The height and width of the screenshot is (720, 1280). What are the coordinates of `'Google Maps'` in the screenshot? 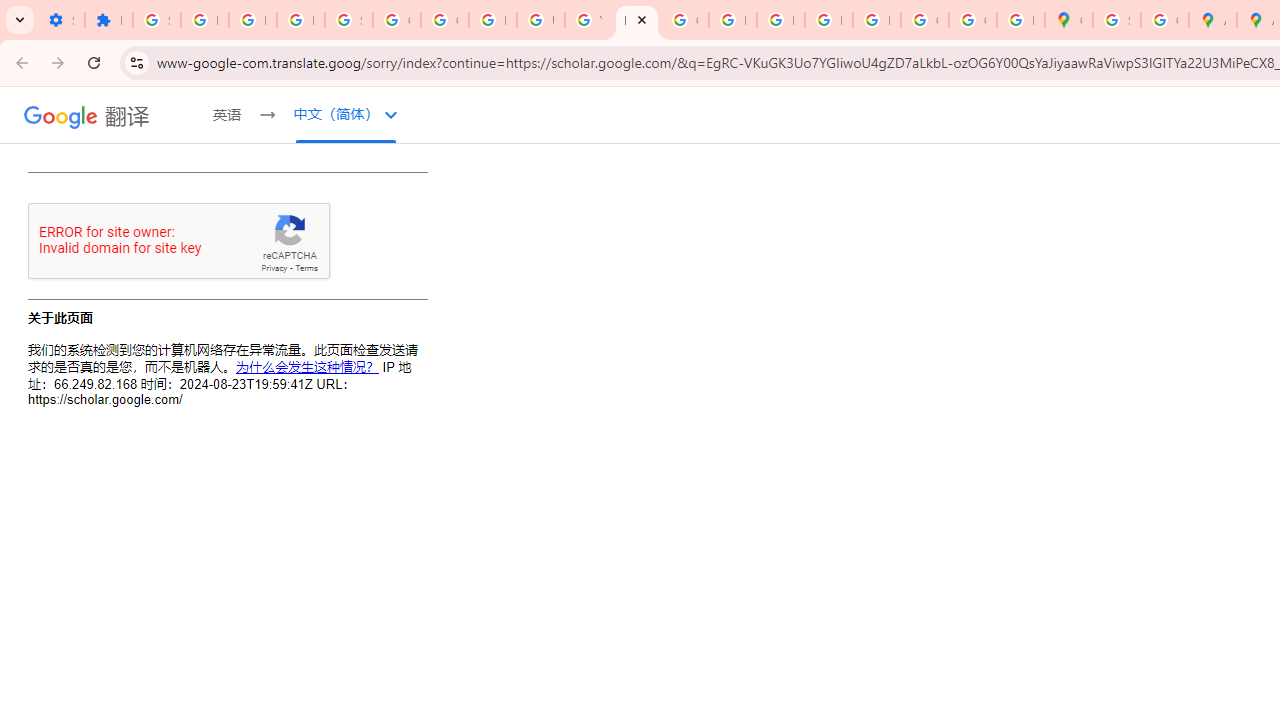 It's located at (1067, 20).